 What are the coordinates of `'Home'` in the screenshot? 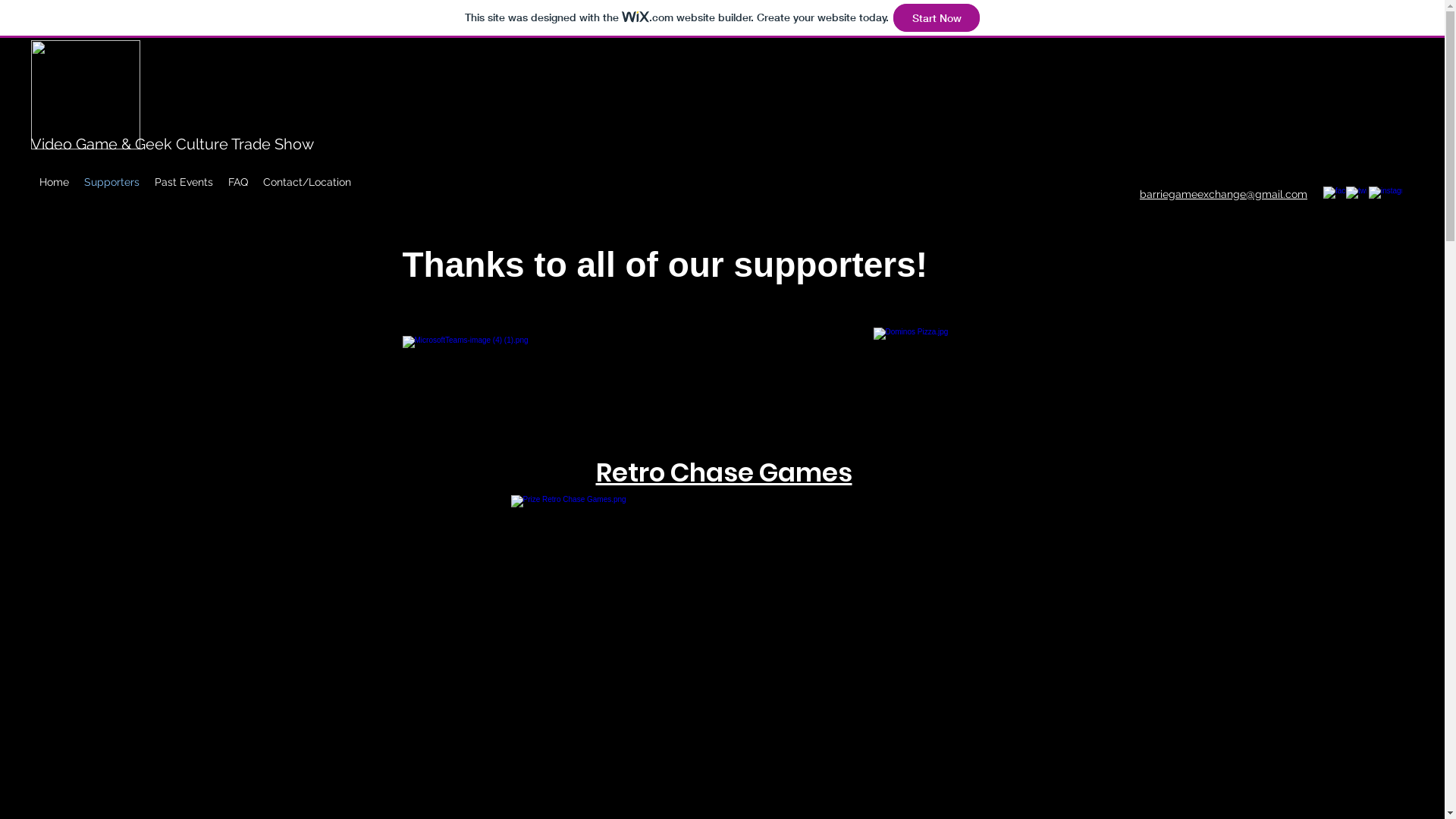 It's located at (54, 180).